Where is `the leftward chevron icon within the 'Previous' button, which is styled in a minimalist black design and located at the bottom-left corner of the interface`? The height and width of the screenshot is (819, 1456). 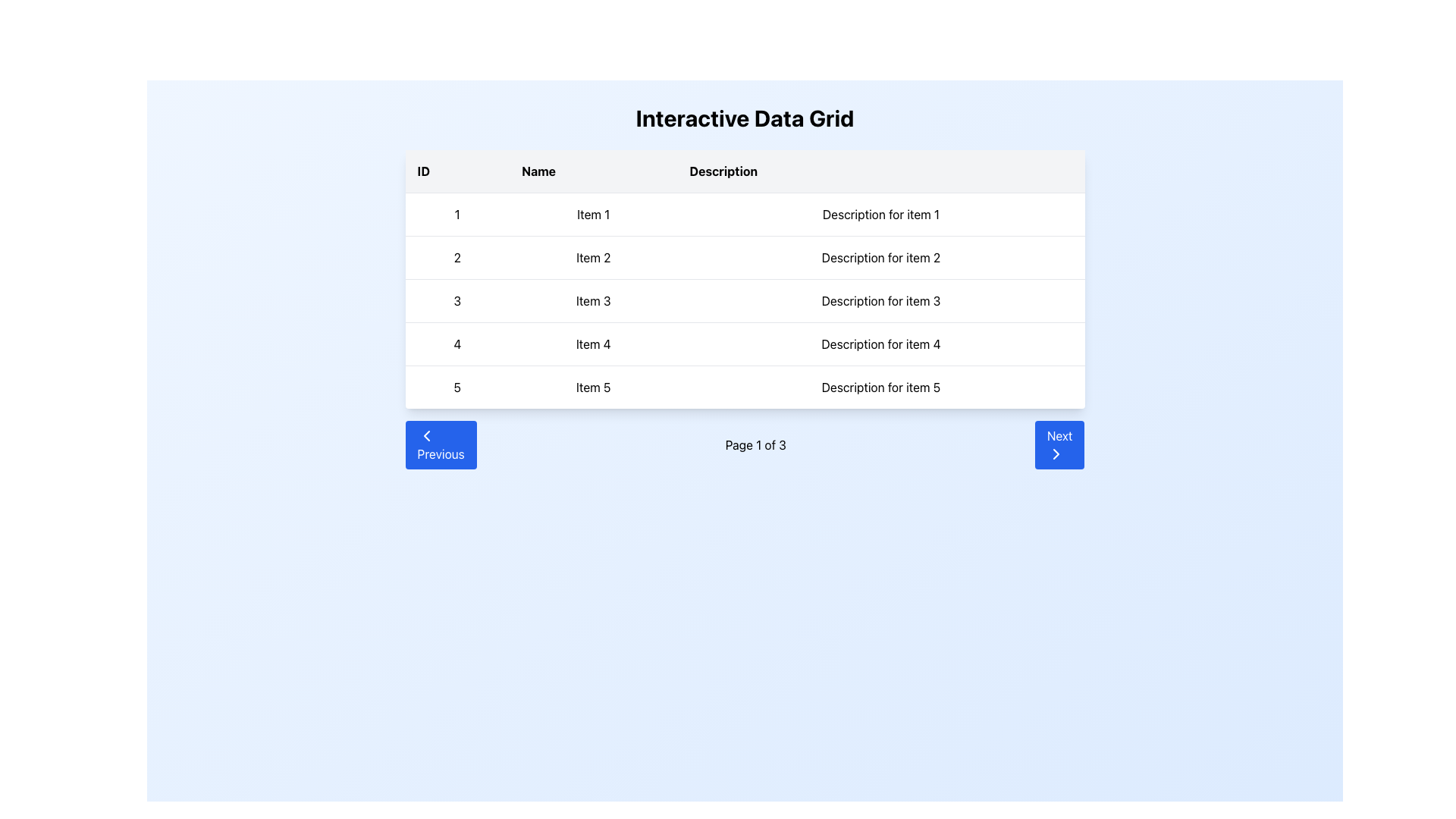
the leftward chevron icon within the 'Previous' button, which is styled in a minimalist black design and located at the bottom-left corner of the interface is located at coordinates (425, 435).